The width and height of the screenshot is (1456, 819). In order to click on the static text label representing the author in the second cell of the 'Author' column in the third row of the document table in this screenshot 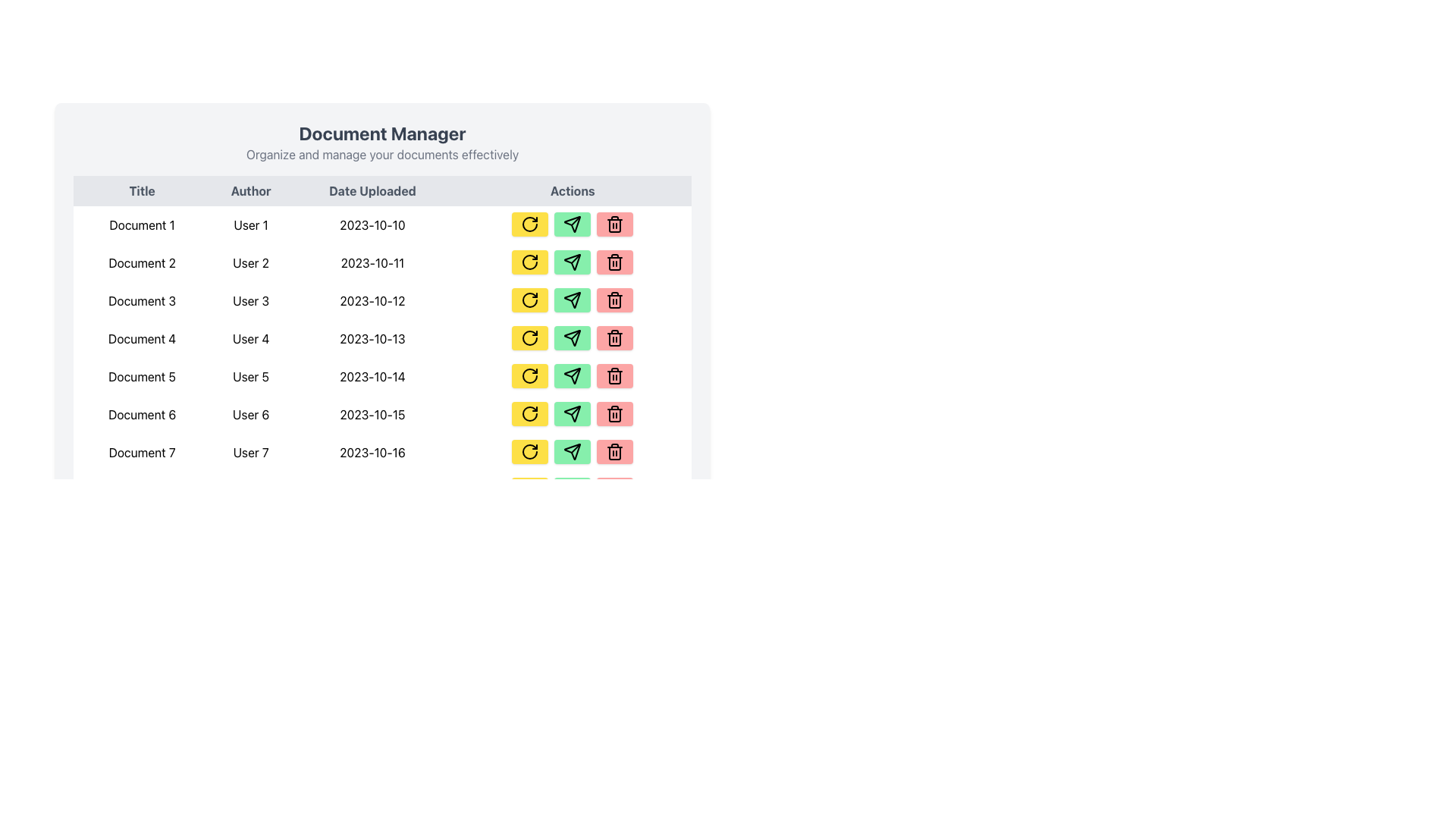, I will do `click(251, 301)`.